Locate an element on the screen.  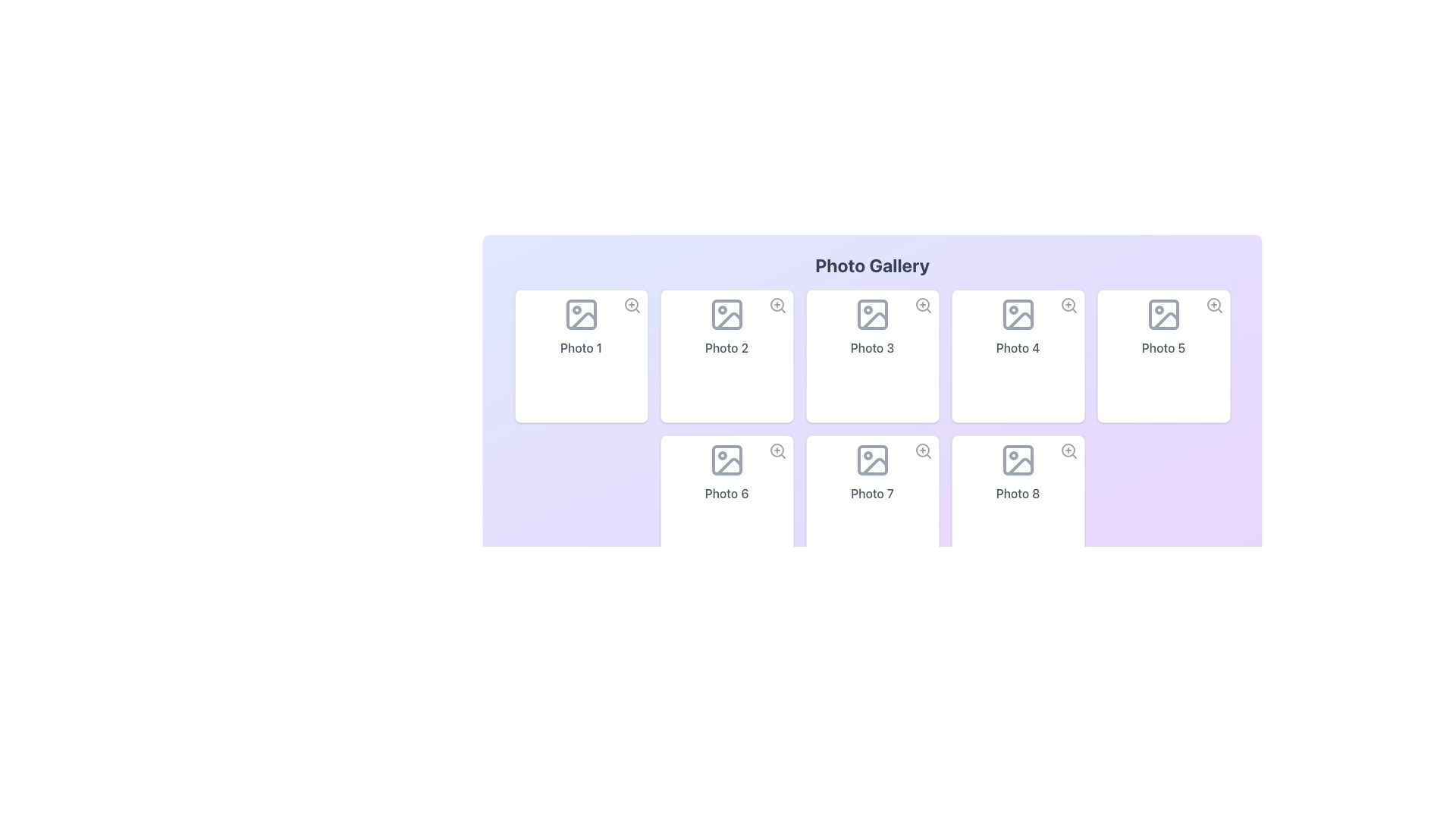
the zoom-in button located at the top-right corner of the 'Photo 5' card is located at coordinates (1214, 305).